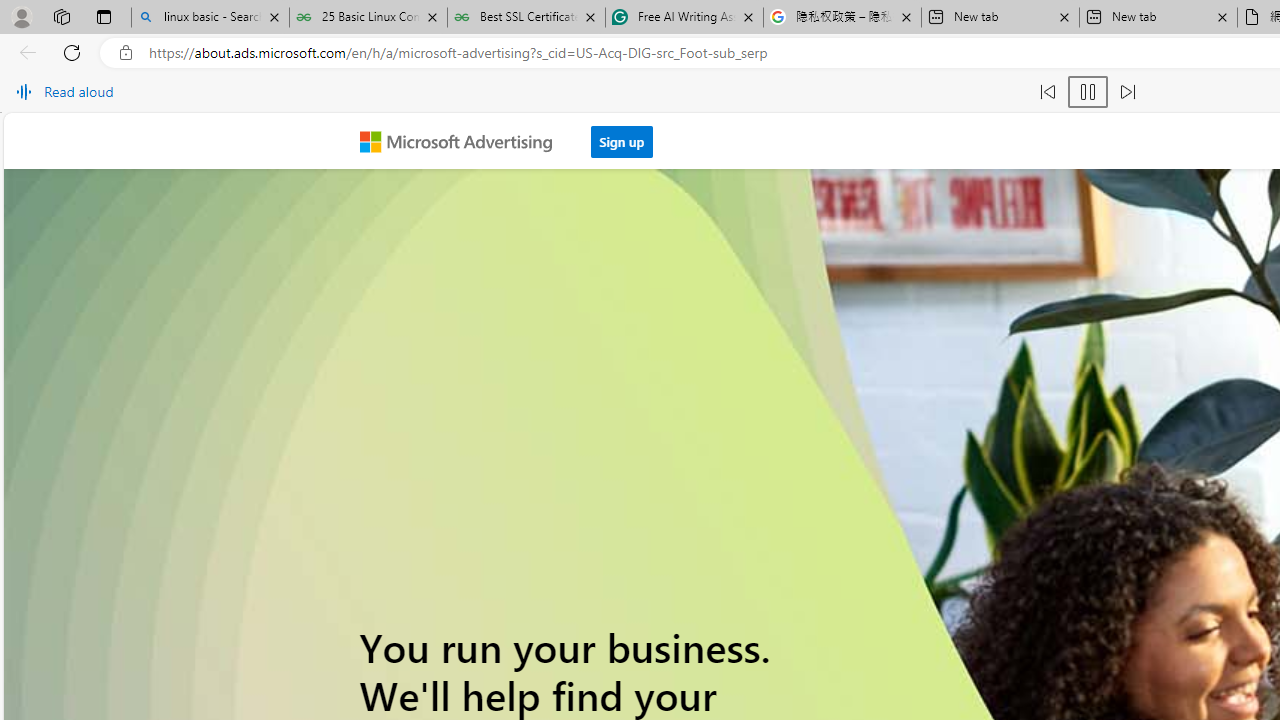  Describe the element at coordinates (210, 17) in the screenshot. I see `'linux basic - Search'` at that location.